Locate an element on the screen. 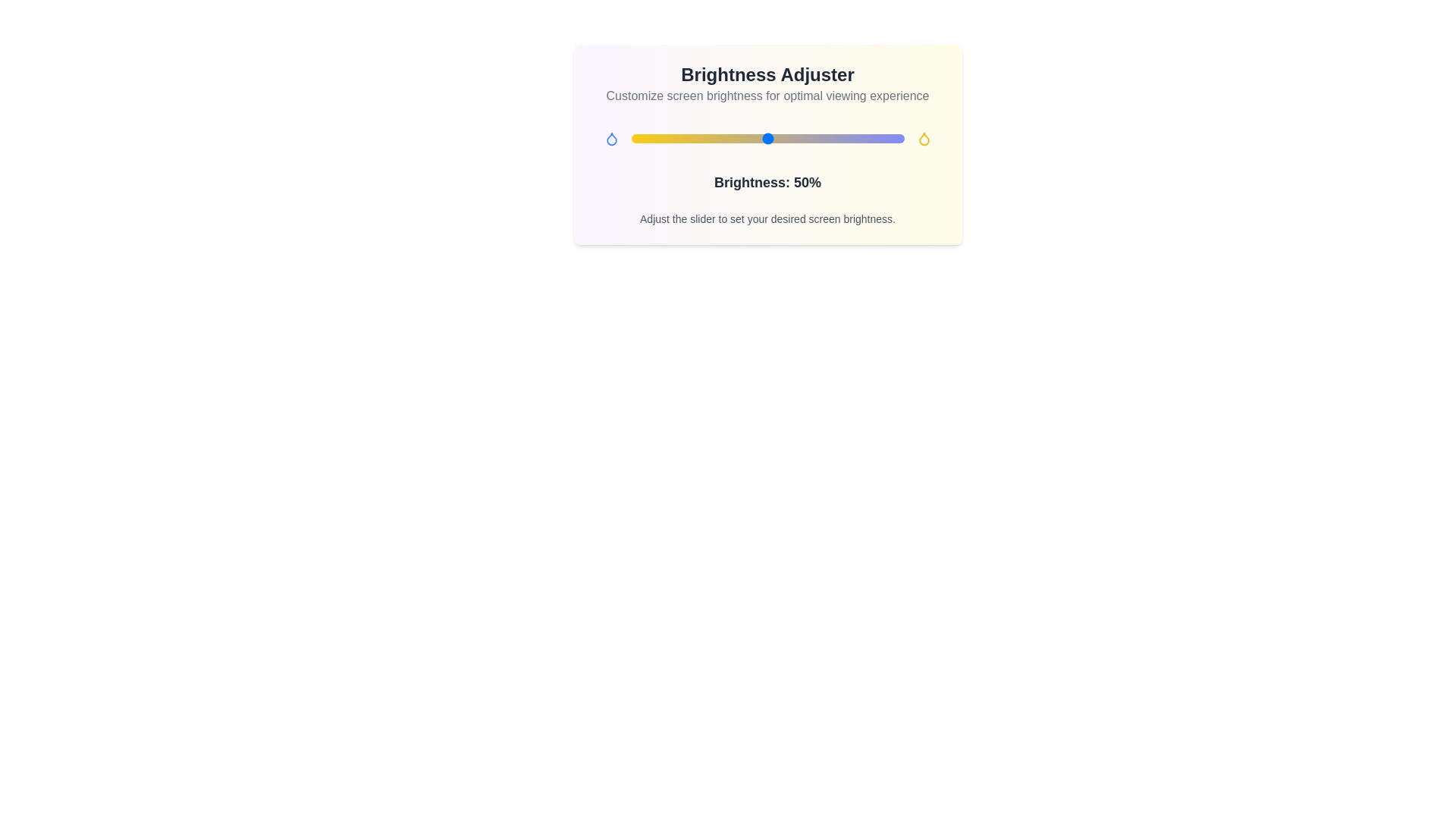 This screenshot has width=1456, height=819. the brightness slider to 4% is located at coordinates (642, 138).